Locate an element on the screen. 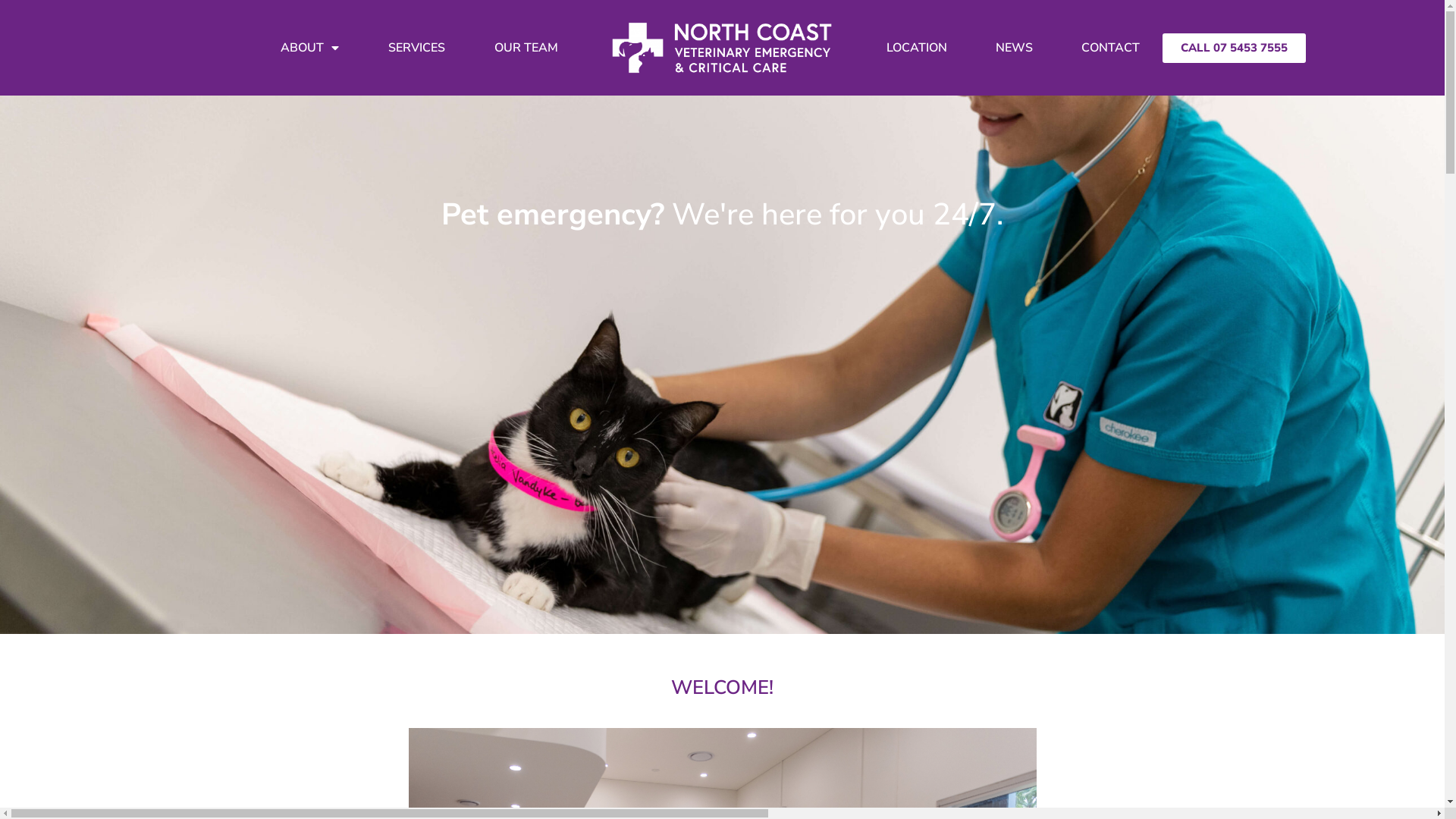 The image size is (1456, 819). 'ABOUT' is located at coordinates (309, 46).